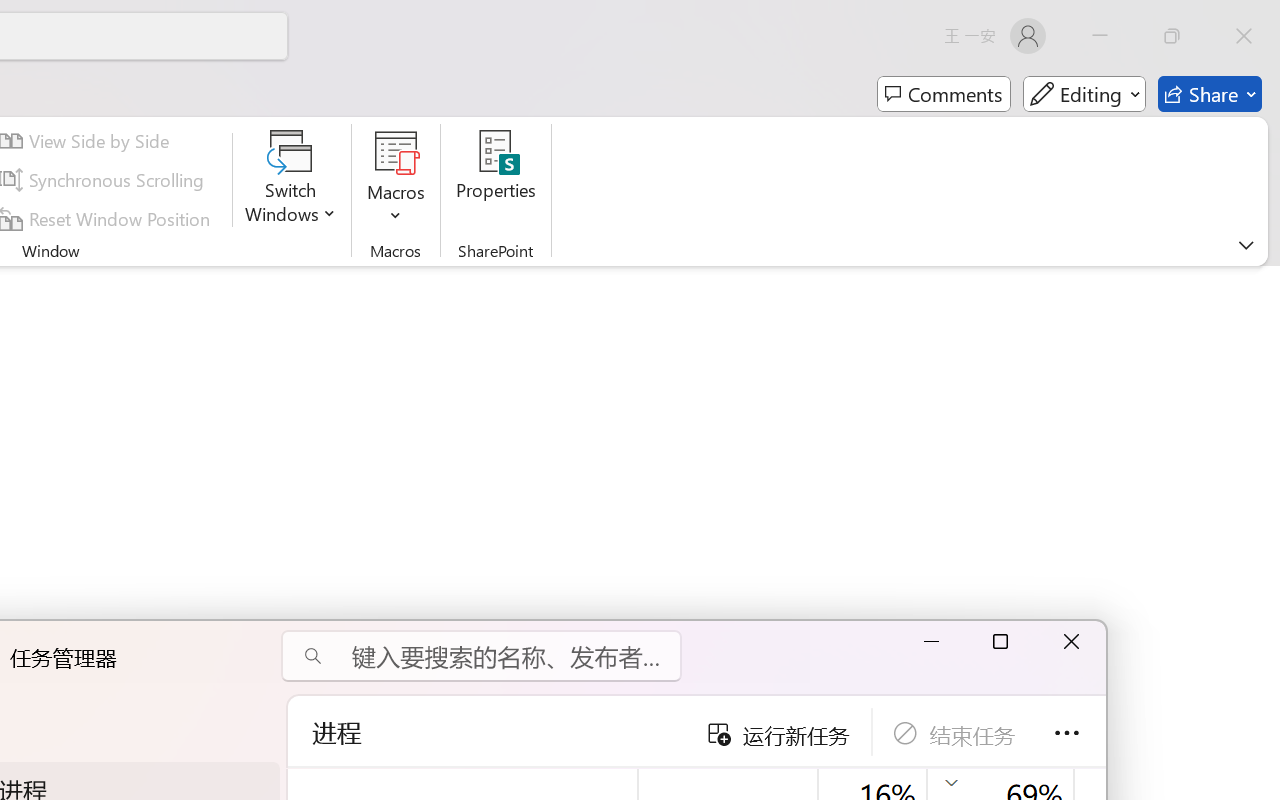 The width and height of the screenshot is (1280, 800). Describe the element at coordinates (396, 179) in the screenshot. I see `'Macros'` at that location.